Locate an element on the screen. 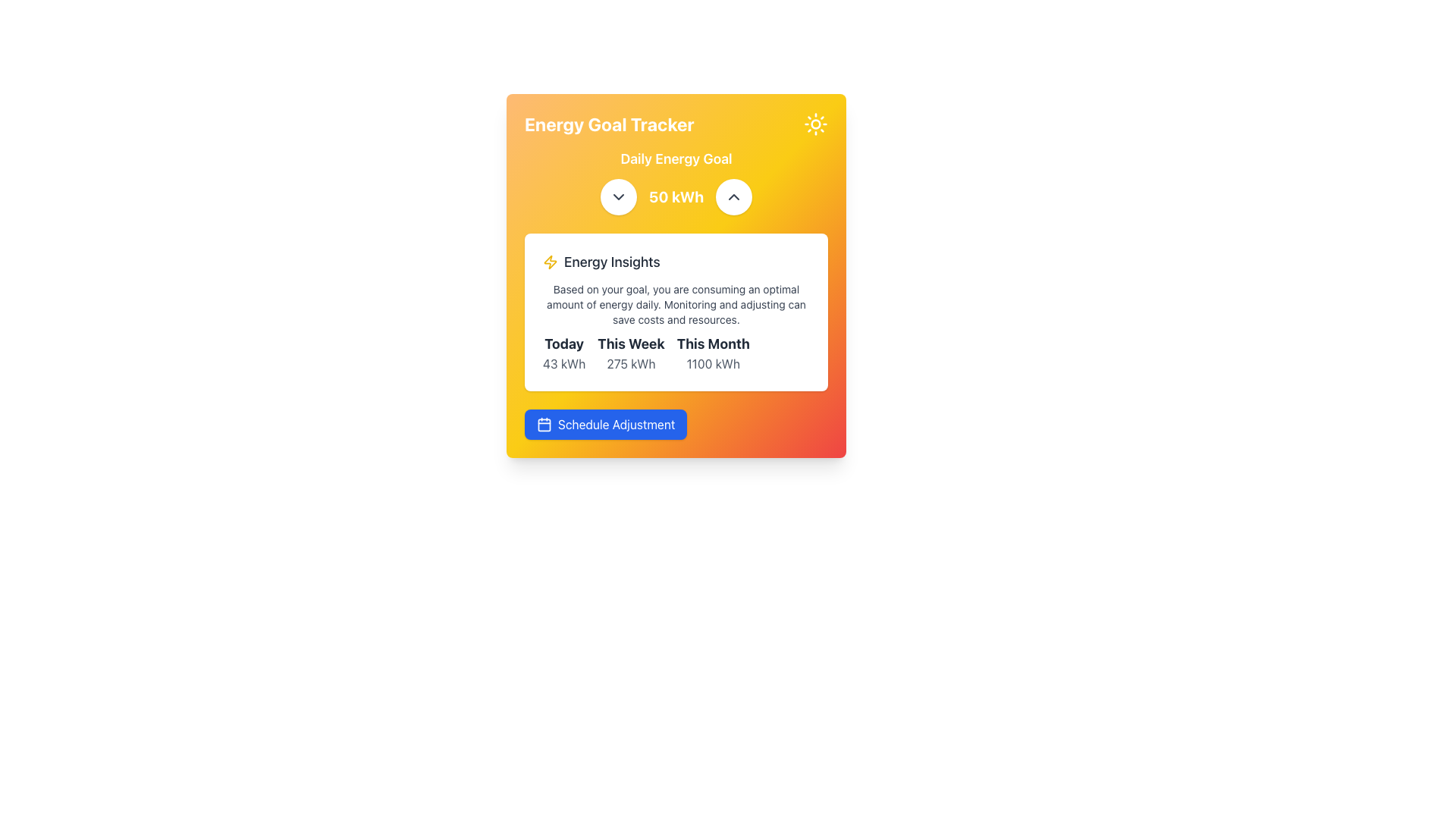 The width and height of the screenshot is (1456, 819). the 'Daily Energy Goal' text heading, which is prominently displayed in white font on a yellow background, centrally aligned above the energy display is located at coordinates (676, 158).